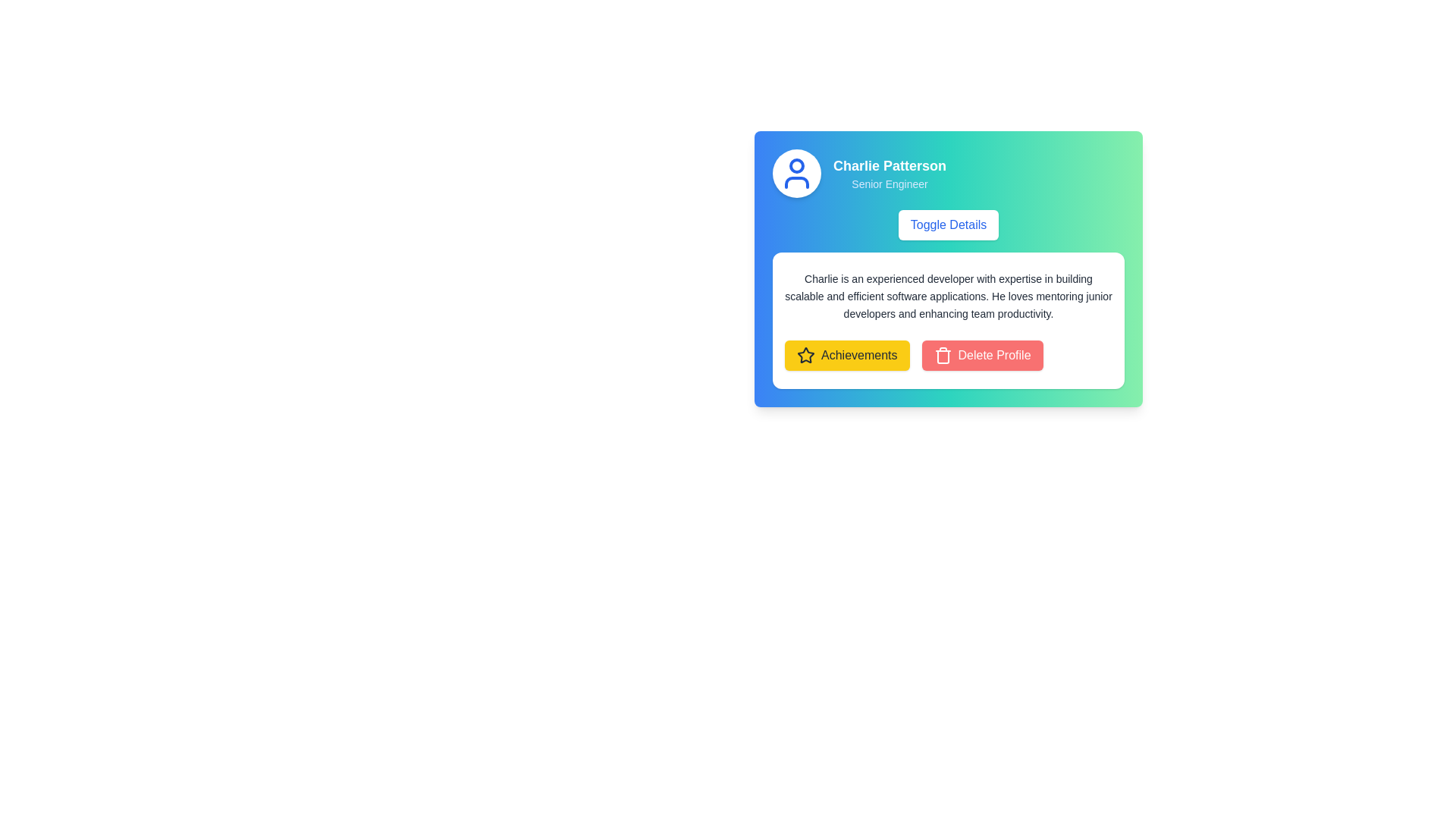  What do you see at coordinates (890, 166) in the screenshot?
I see `the text label displaying 'Charlie Patterson' which is styled in a bold, large font size and white color, located near the top-left region of a profile card layout` at bounding box center [890, 166].